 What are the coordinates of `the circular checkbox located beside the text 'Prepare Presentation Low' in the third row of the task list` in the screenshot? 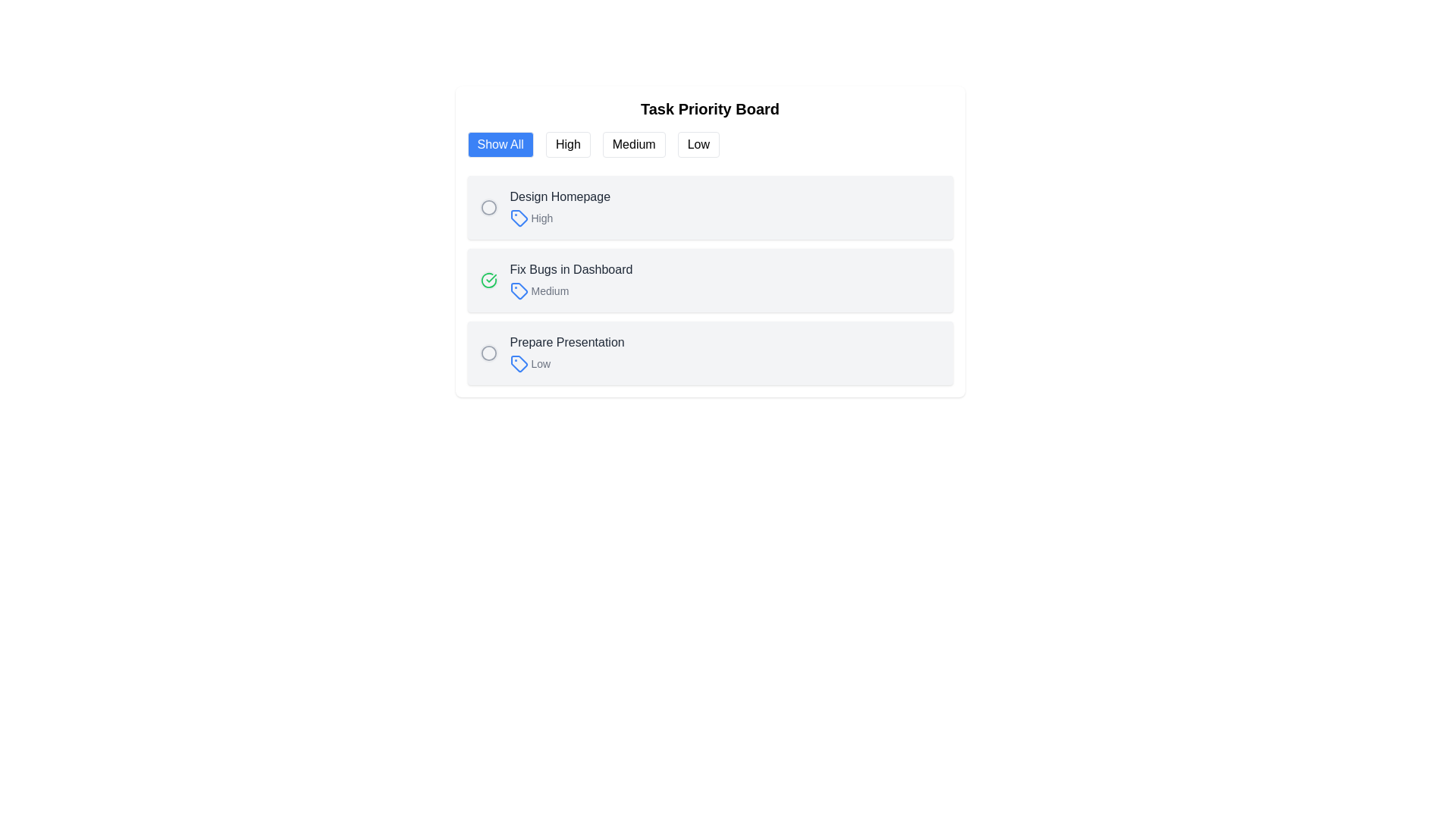 It's located at (488, 353).